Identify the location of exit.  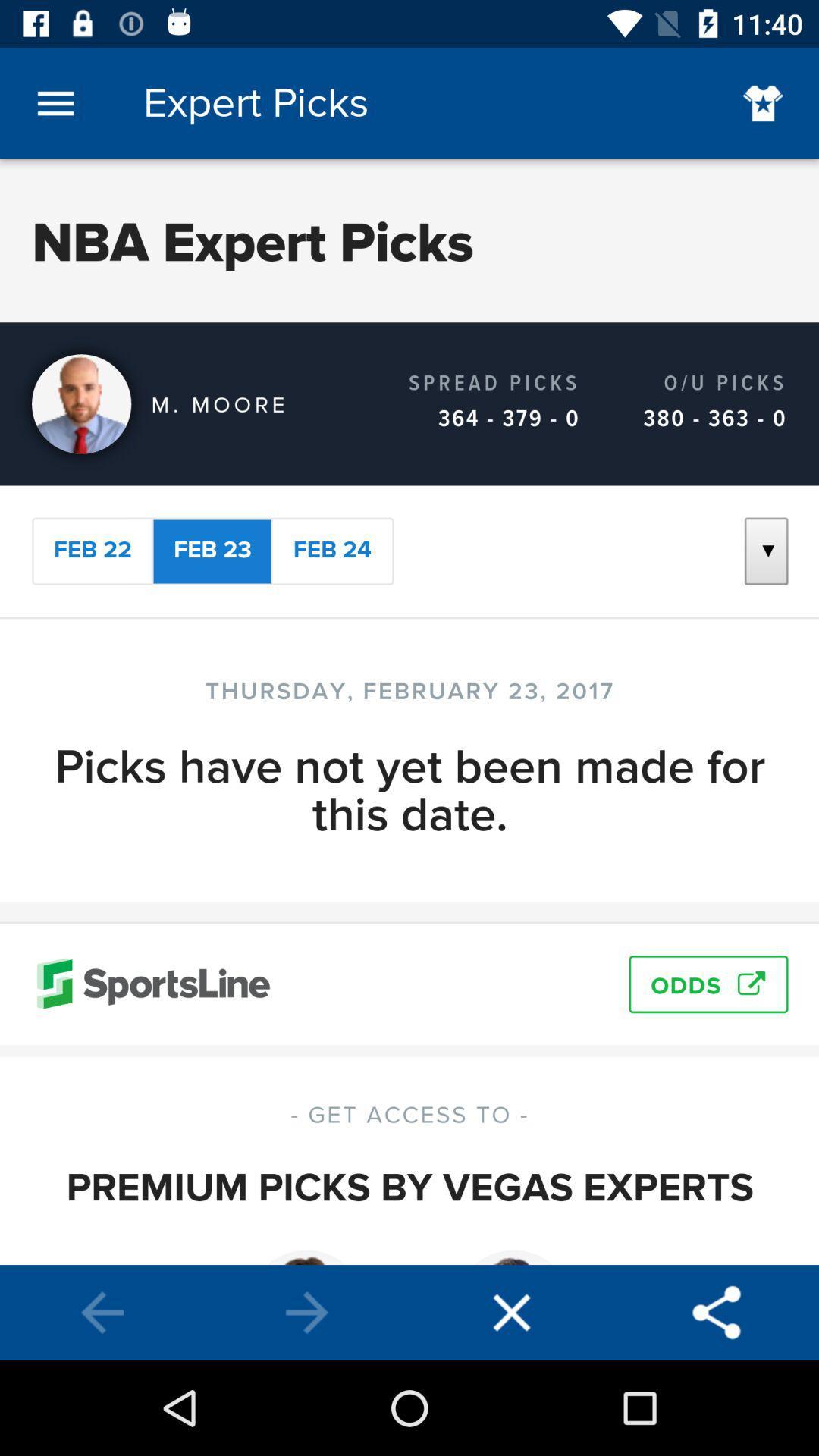
(512, 1312).